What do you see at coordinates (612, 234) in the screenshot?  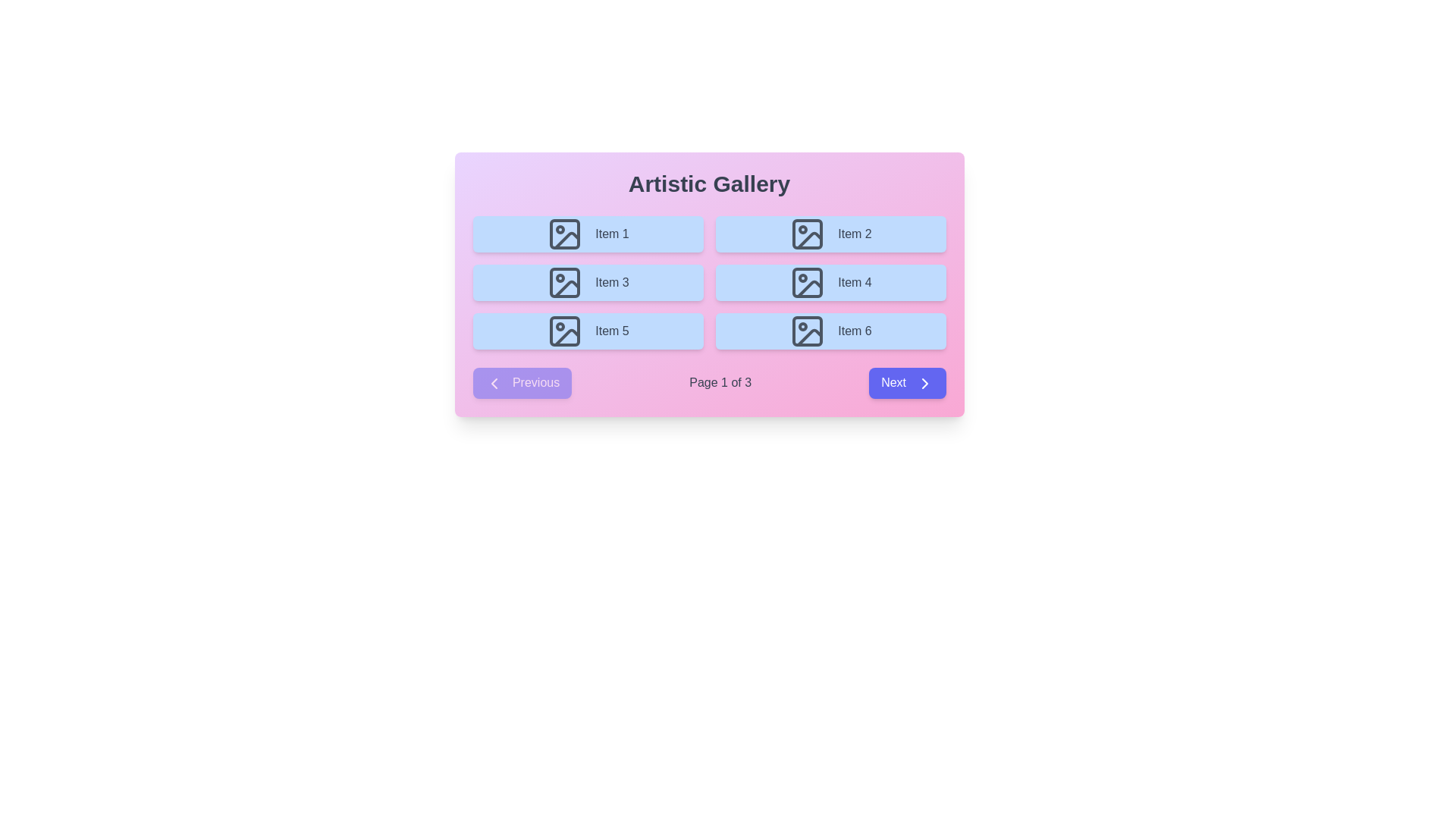 I see `the text label describing the first item in the visual grid, located inside a blue rectangular box to the right of an image icon` at bounding box center [612, 234].